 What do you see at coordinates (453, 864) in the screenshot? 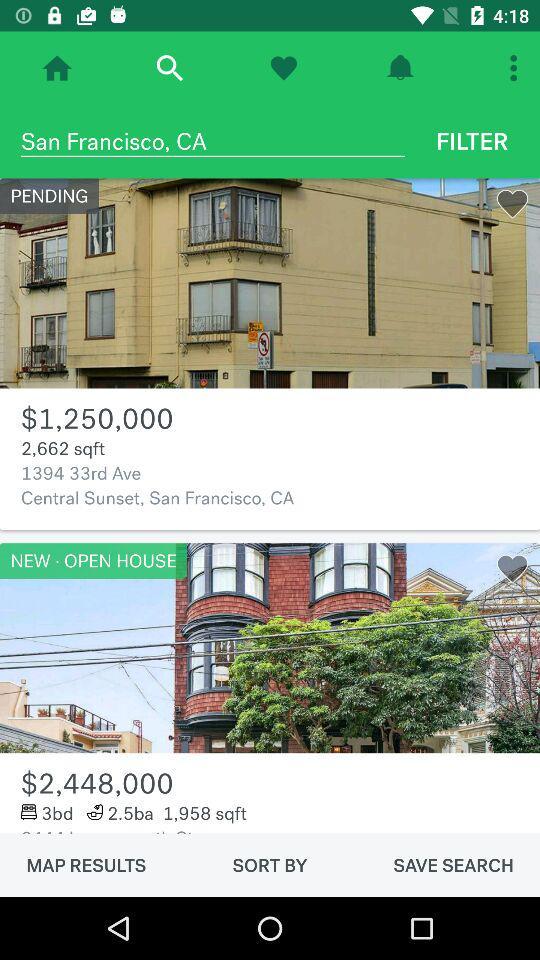
I see `the icon next to the sort by` at bounding box center [453, 864].